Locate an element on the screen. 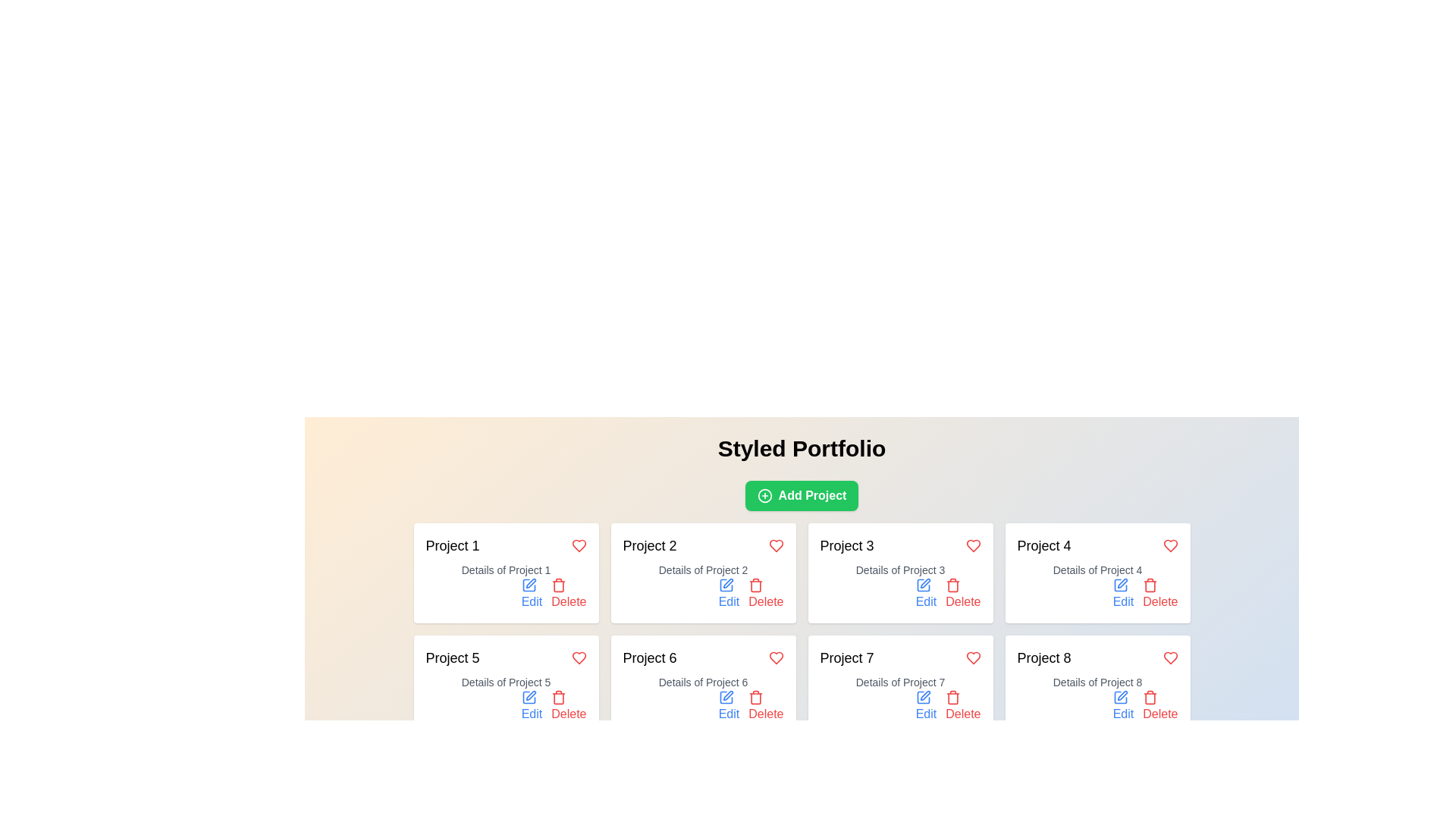  the heart icon in the top-right corner of the Project 8 card is located at coordinates (1169, 657).